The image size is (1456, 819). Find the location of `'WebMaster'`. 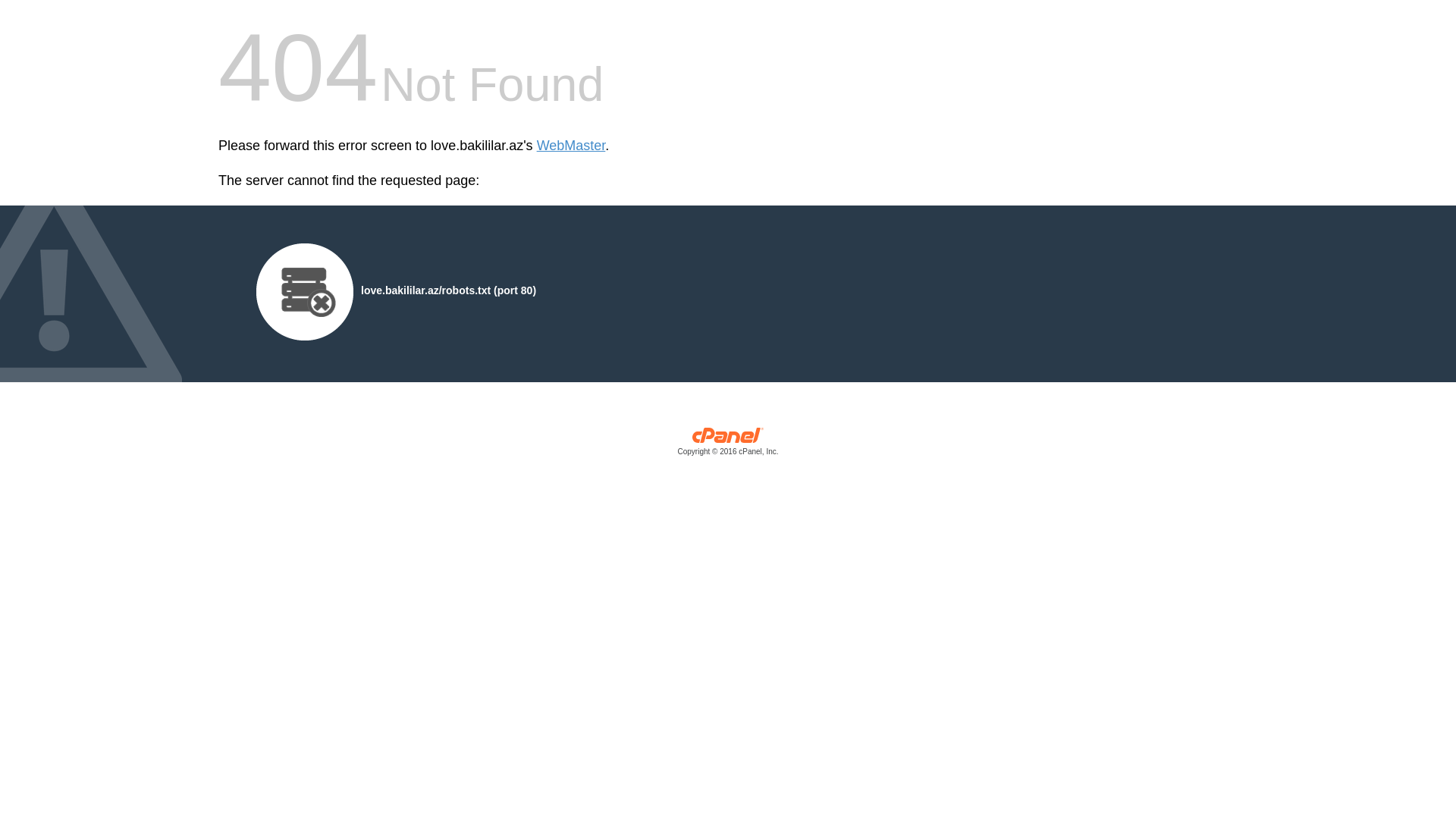

'WebMaster' is located at coordinates (570, 146).